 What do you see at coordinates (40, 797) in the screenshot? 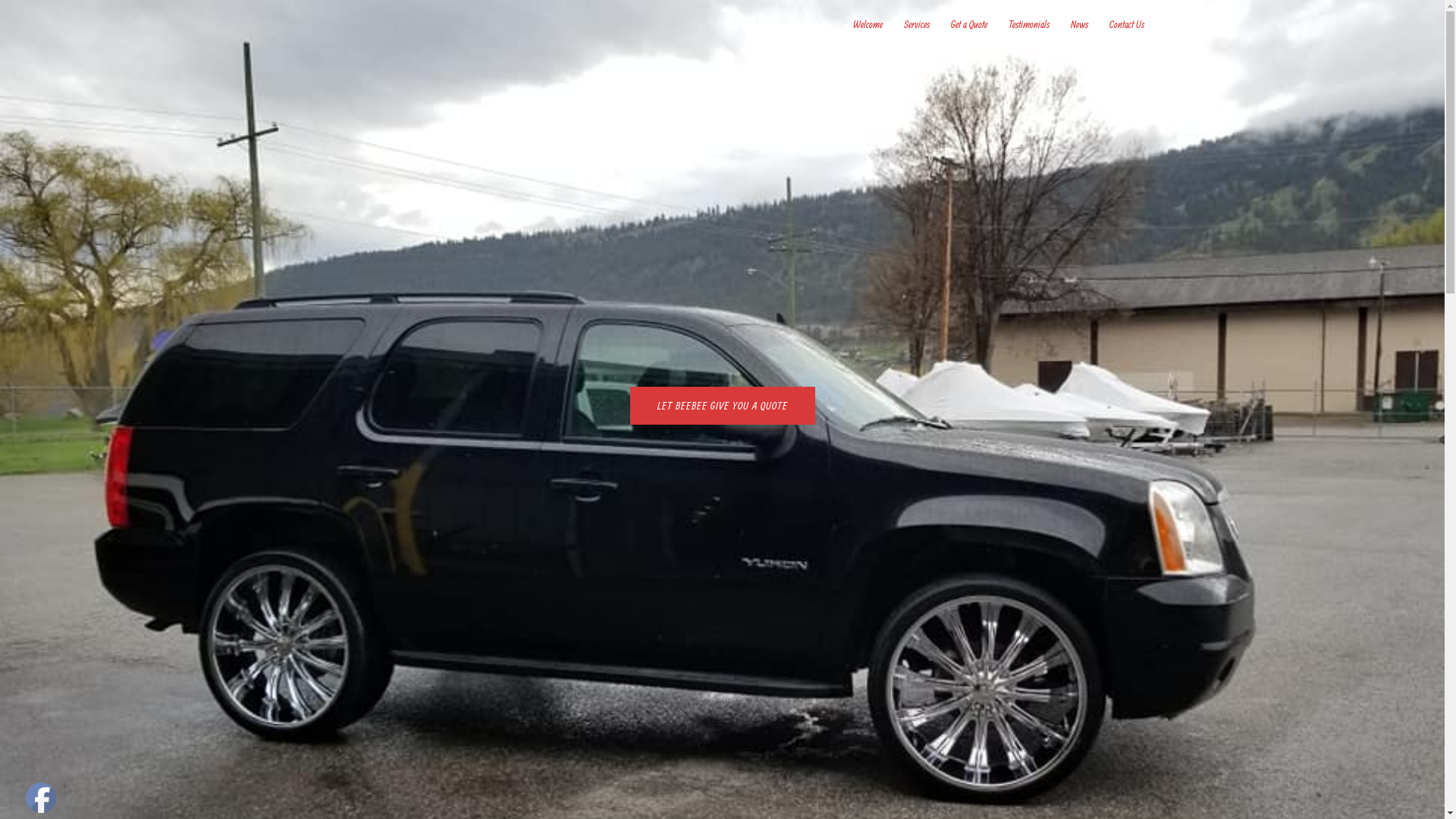
I see `'Facebook'` at bounding box center [40, 797].